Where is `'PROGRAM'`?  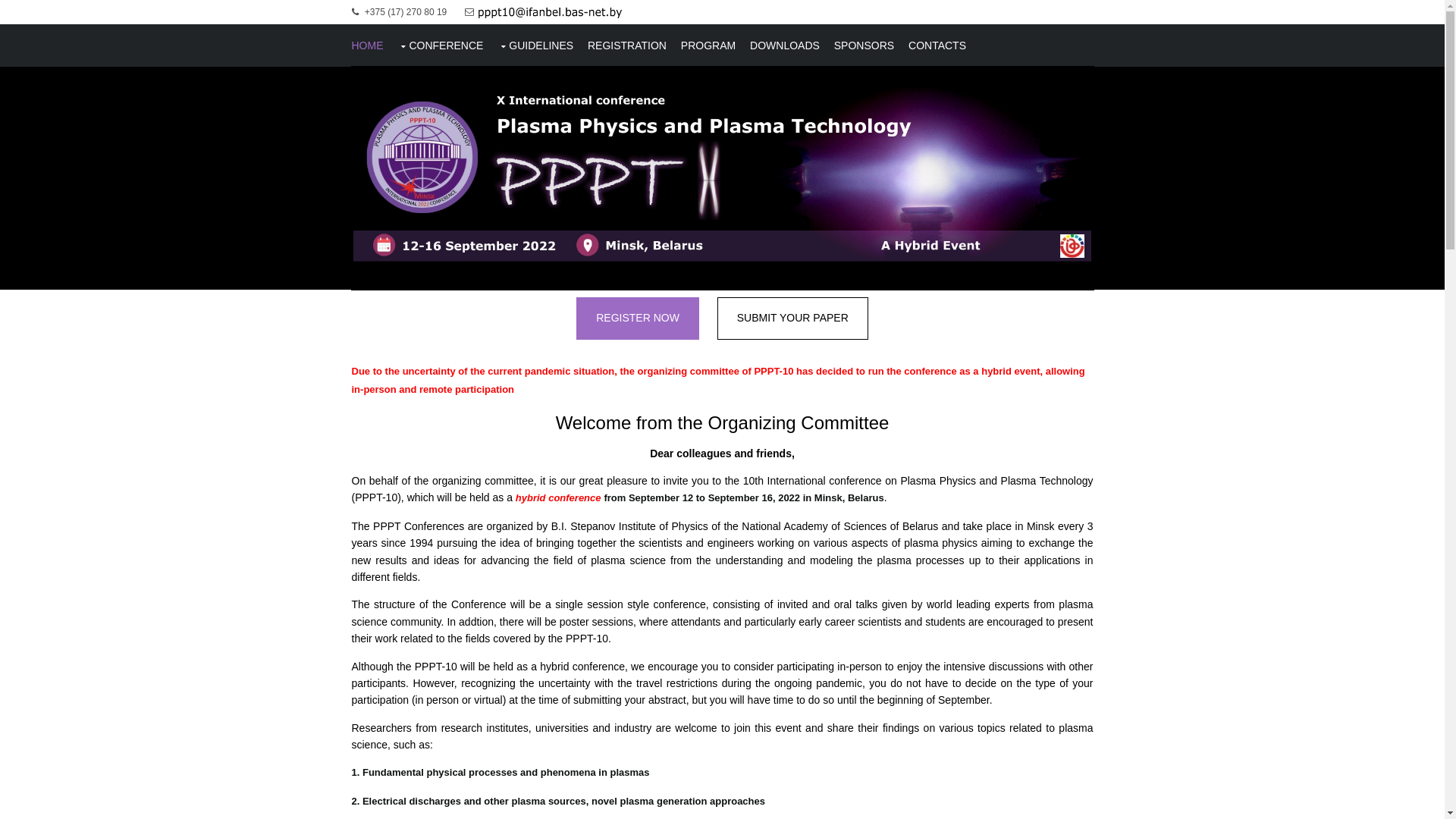 'PROGRAM' is located at coordinates (679, 45).